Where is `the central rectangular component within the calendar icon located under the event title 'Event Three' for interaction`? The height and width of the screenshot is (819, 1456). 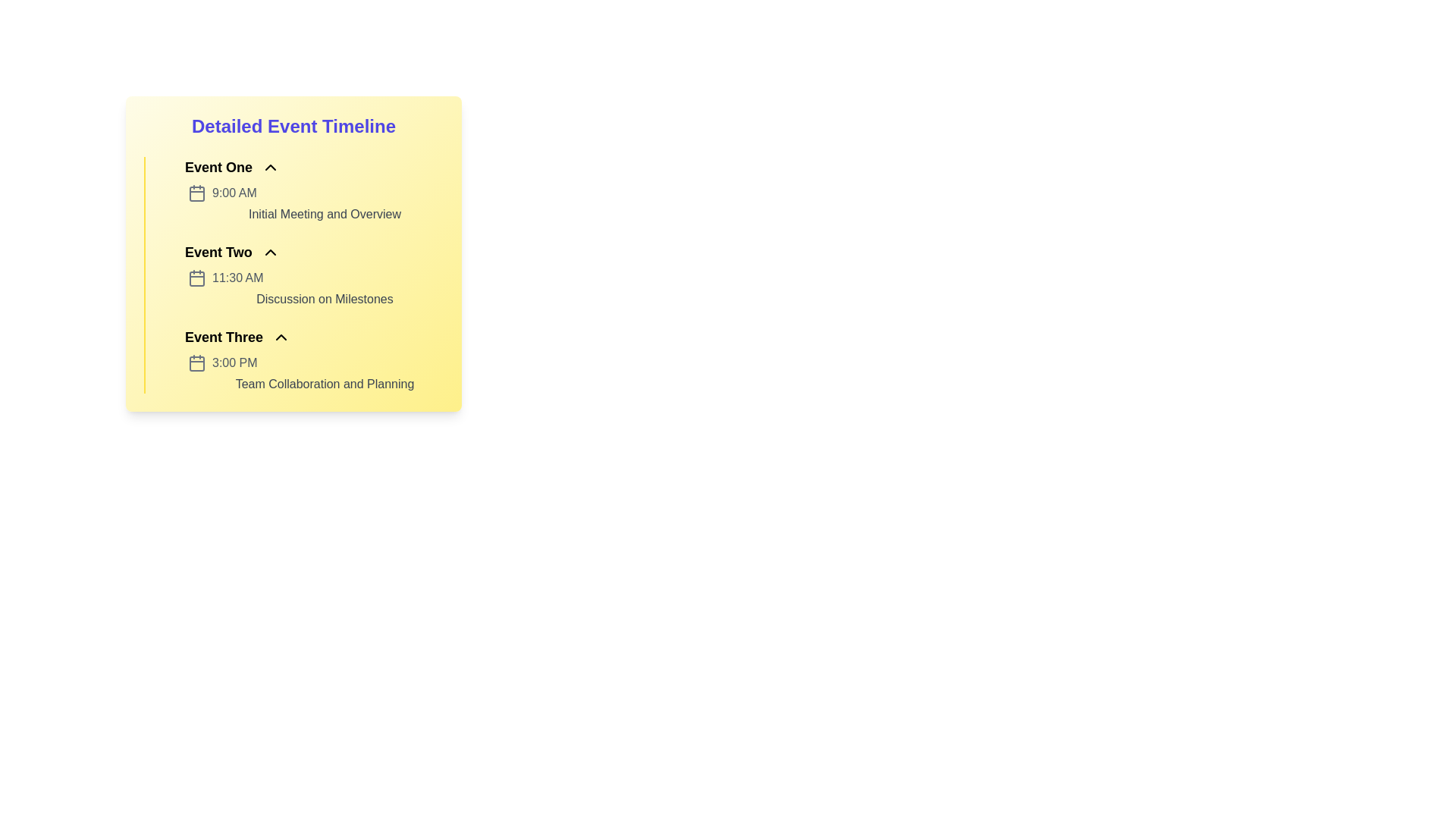
the central rectangular component within the calendar icon located under the event title 'Event Three' for interaction is located at coordinates (196, 363).